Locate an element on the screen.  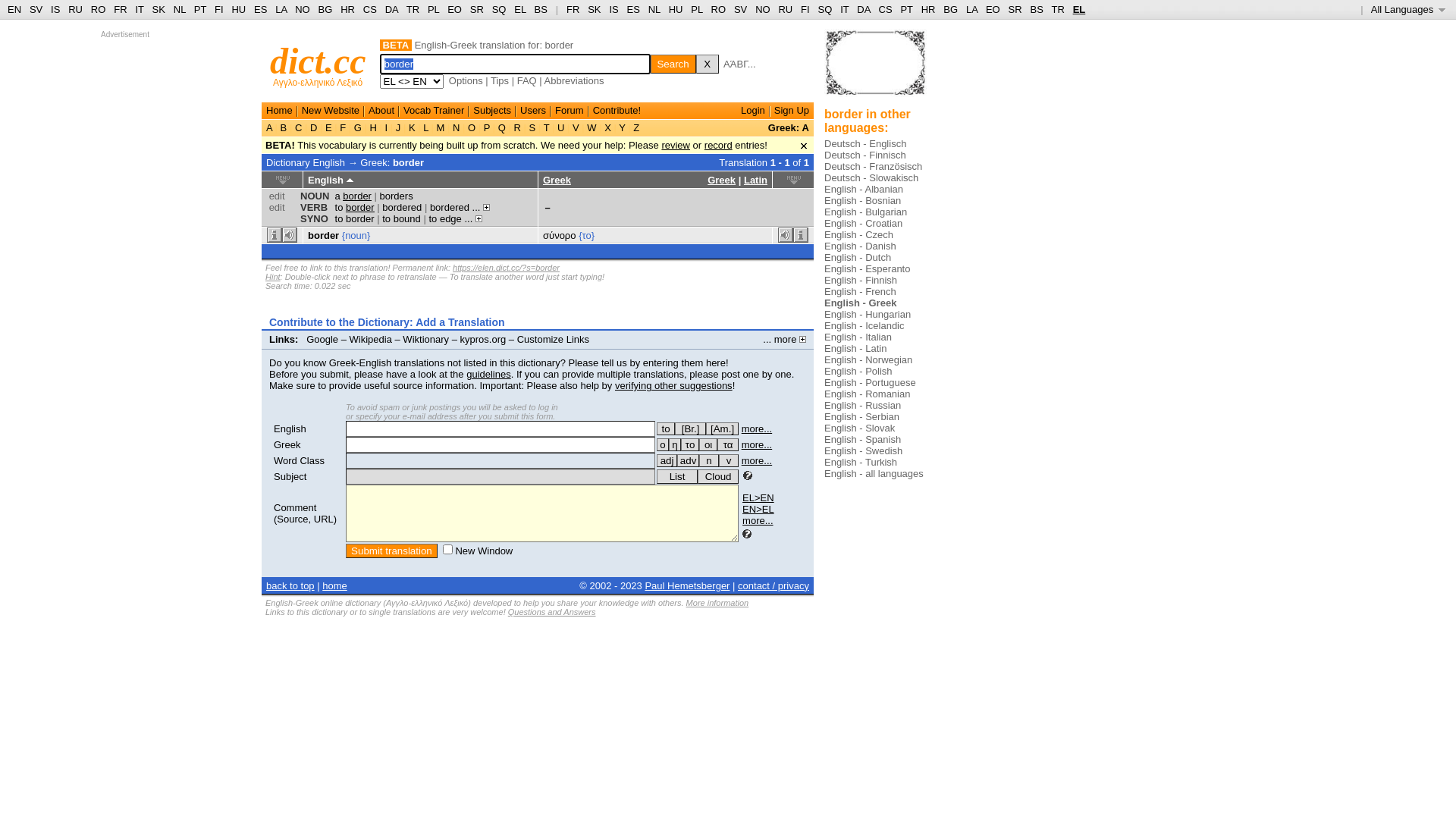
'English - Polish' is located at coordinates (858, 371).